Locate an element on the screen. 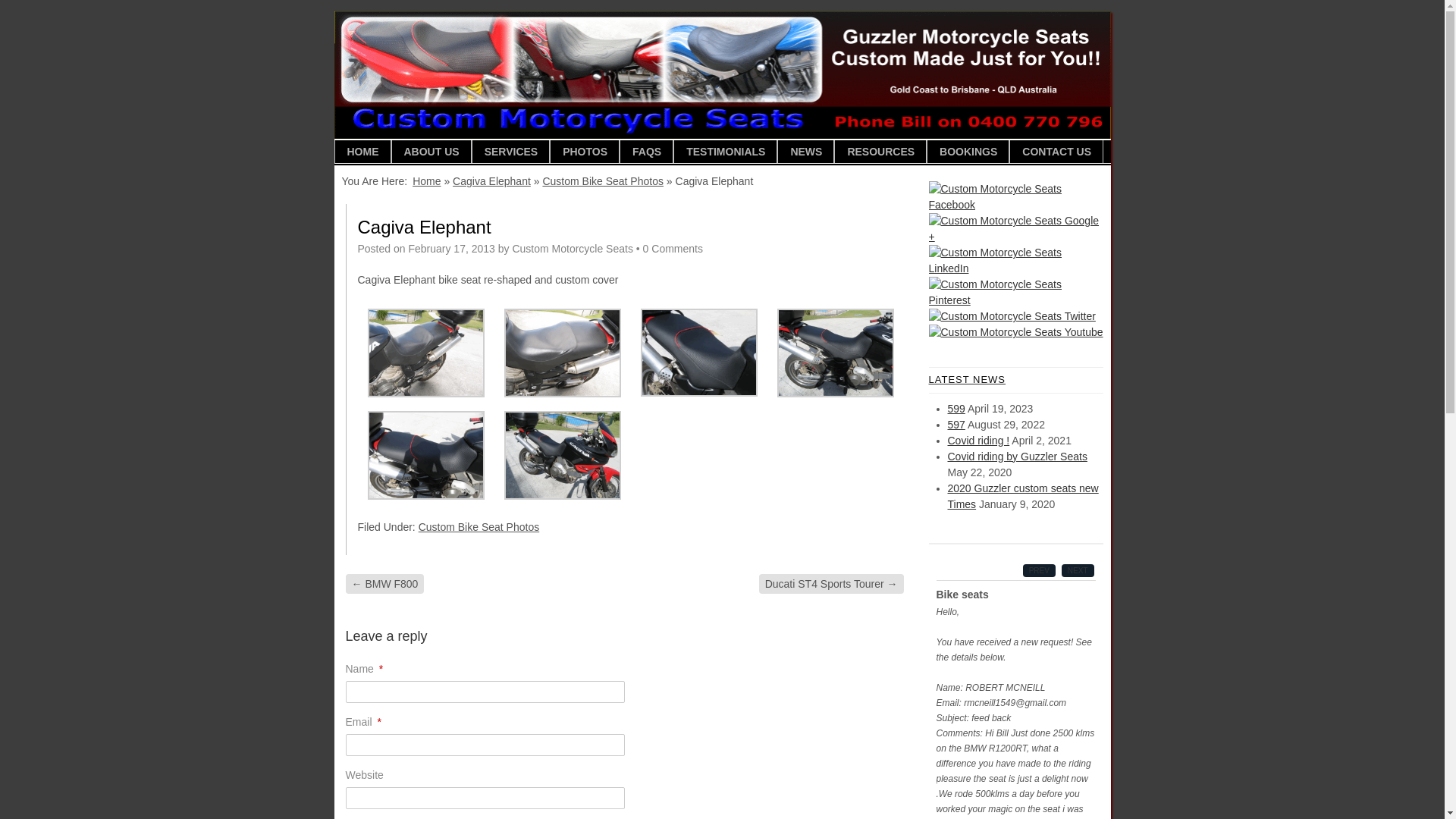  'Custom Motorcycle Seats Google +' is located at coordinates (1015, 228).